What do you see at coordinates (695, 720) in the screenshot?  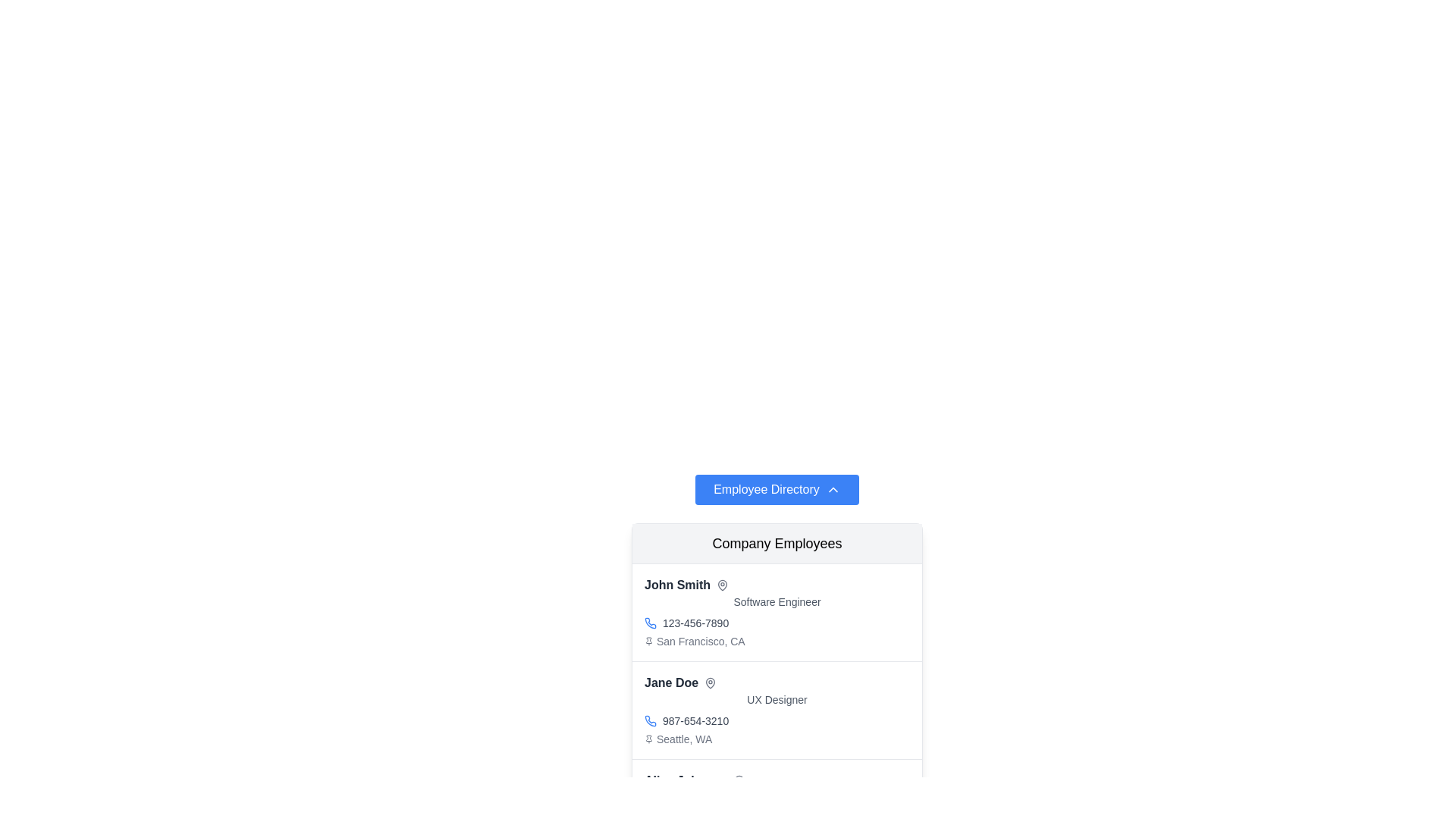 I see `the phone number text display element, which is styled in gray and presented in a standard phone number format, located under the 'Jane Doe' entry in the employee directory` at bounding box center [695, 720].